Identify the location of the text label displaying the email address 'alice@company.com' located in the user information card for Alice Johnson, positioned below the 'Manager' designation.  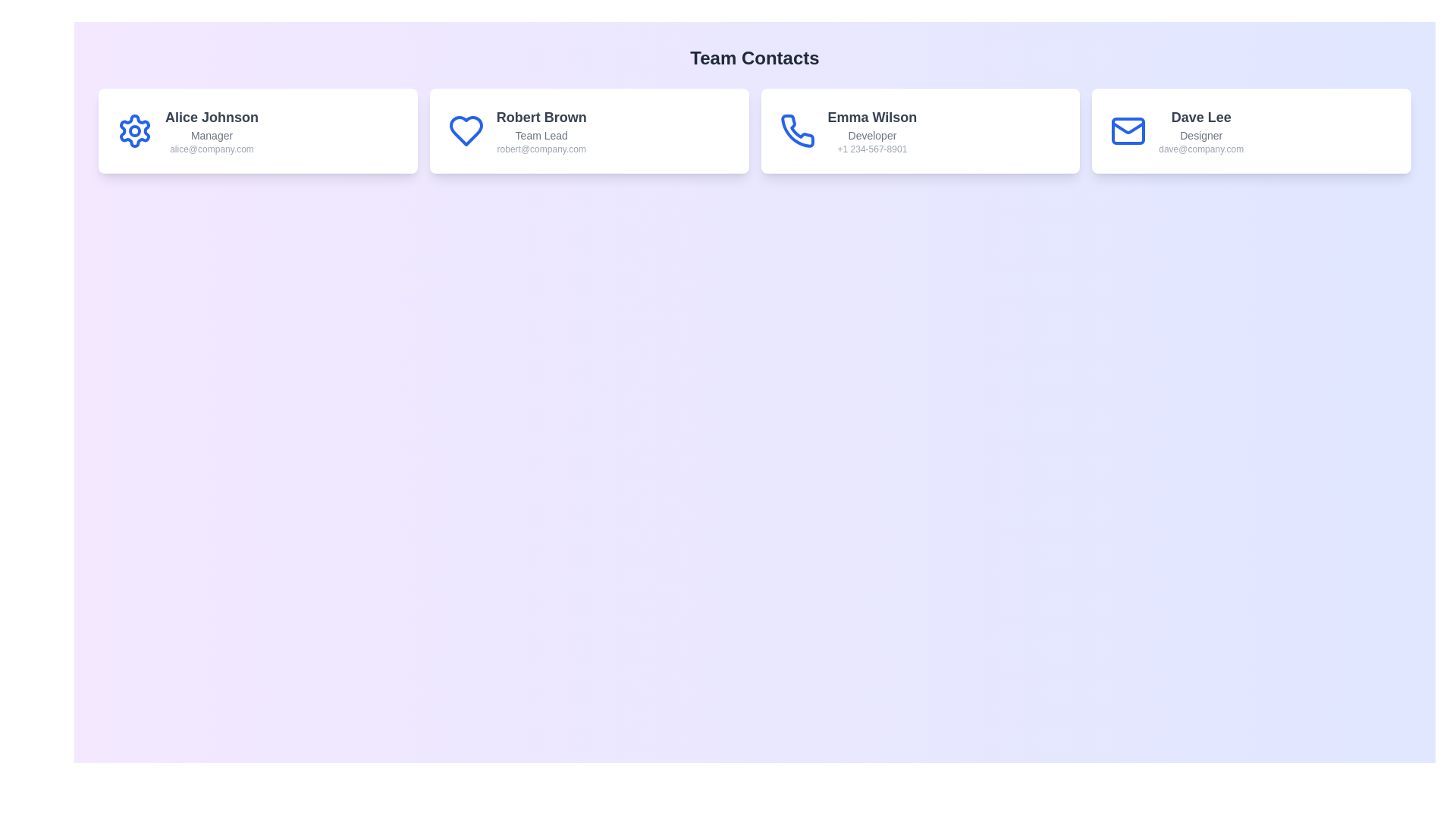
(211, 149).